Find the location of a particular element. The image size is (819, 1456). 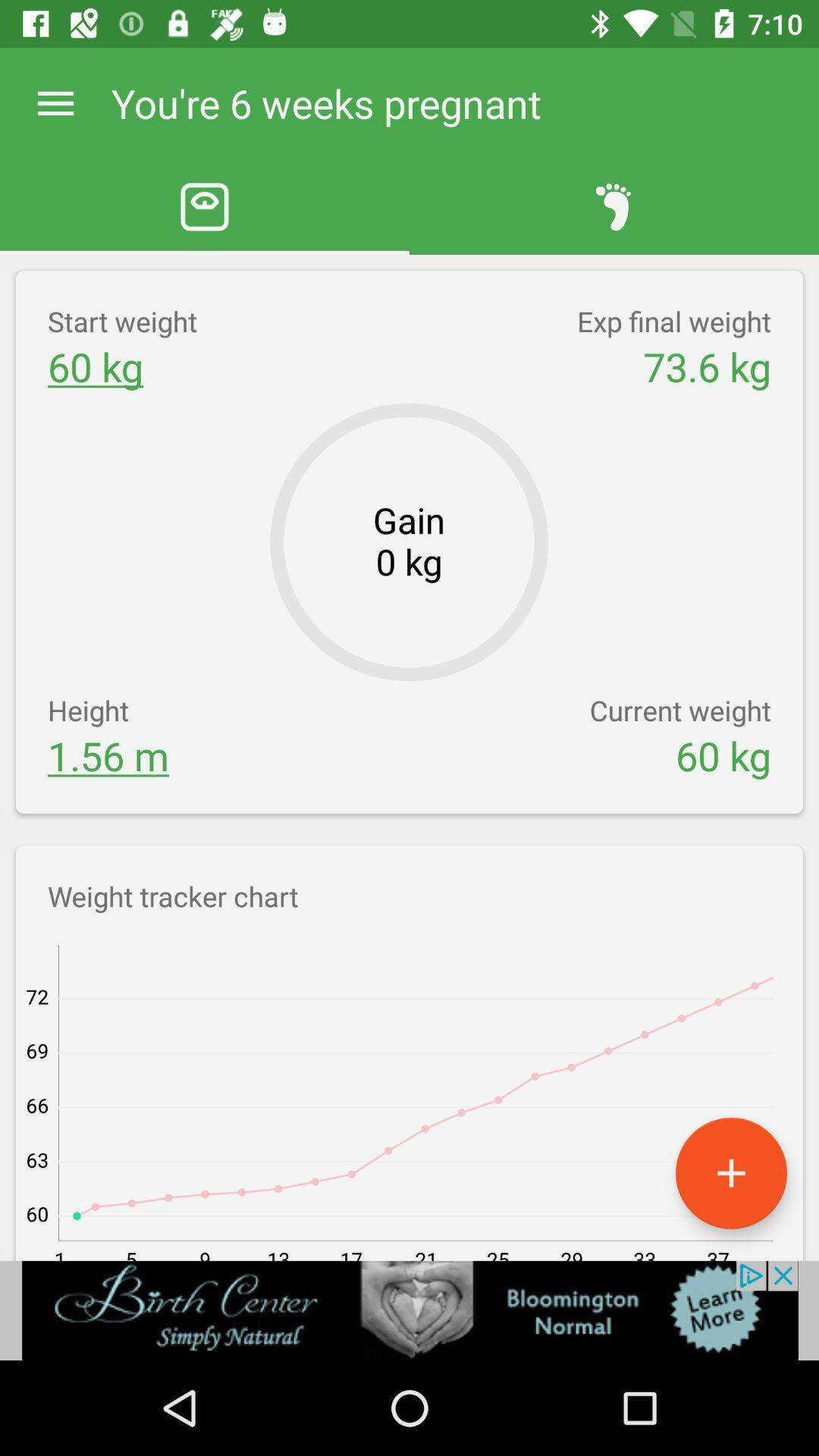

maximize button is located at coordinates (730, 1172).